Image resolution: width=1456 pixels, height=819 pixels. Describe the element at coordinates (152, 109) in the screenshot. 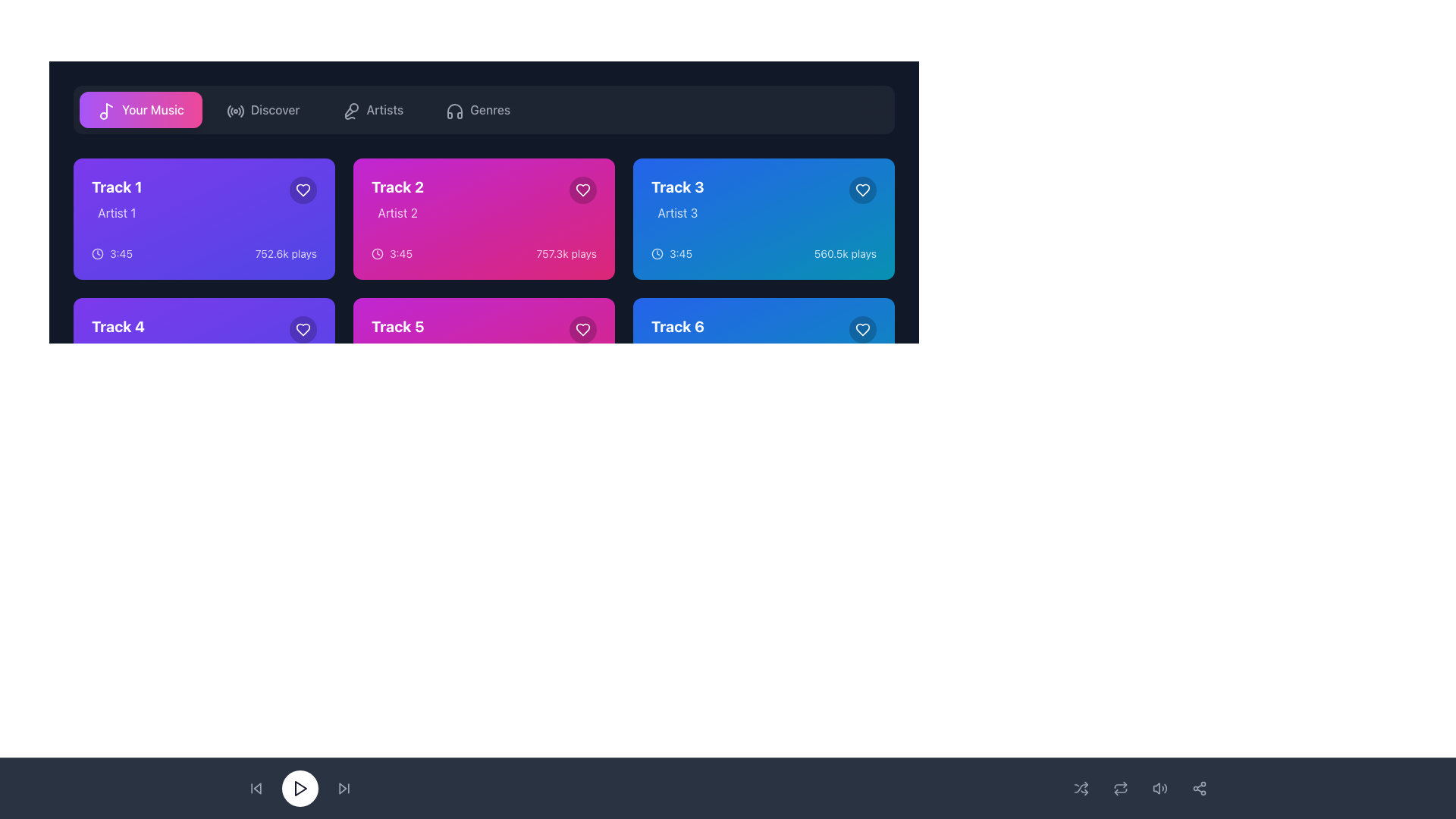

I see `the text label 'Your Music' which is styled with a white font color and positioned over a gradient background, located in the top left of the interface next to a musical note icon` at that location.